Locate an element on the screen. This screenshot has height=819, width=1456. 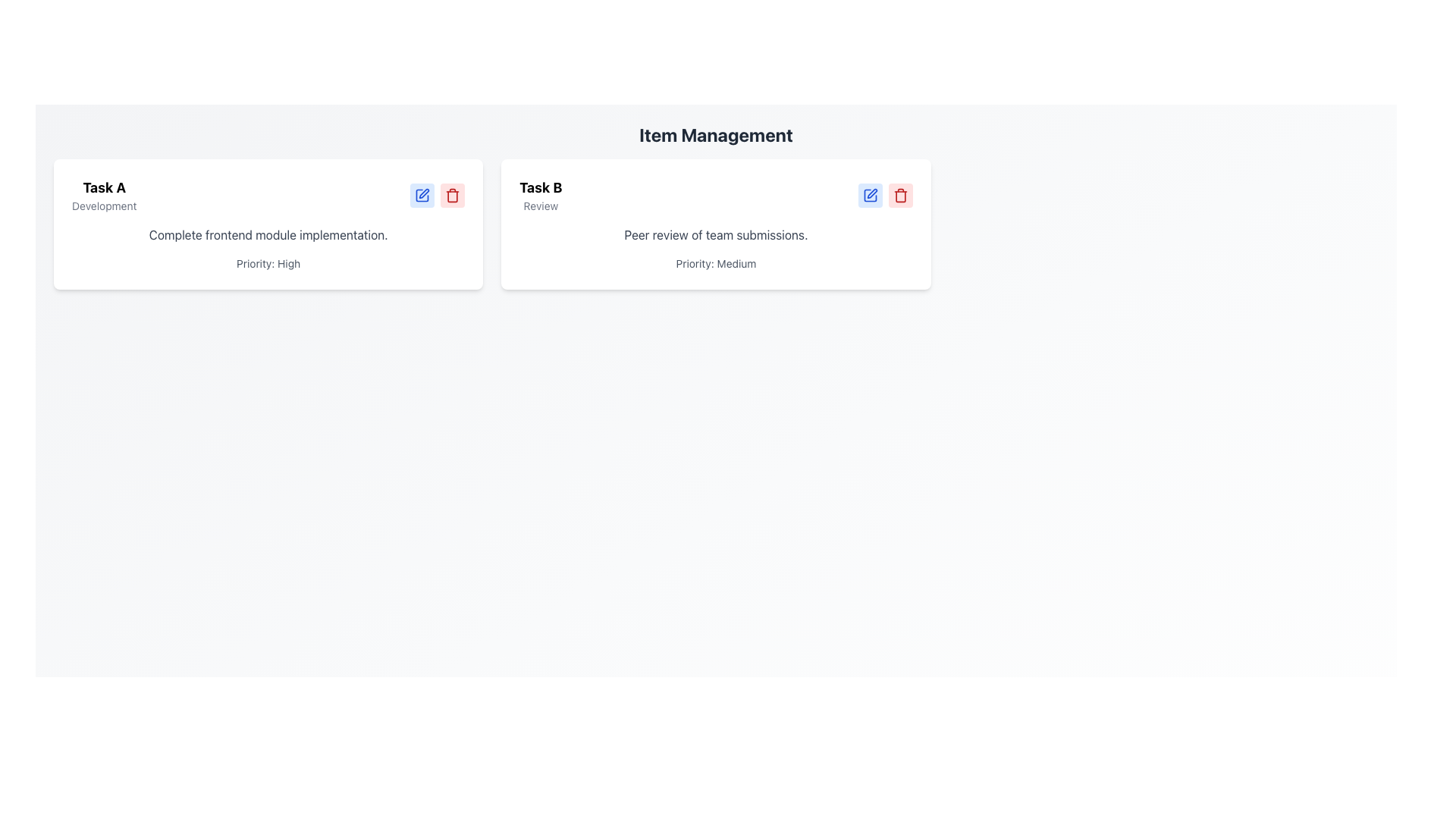
the button located in the upper-right section of the card labeled 'Task A' is located at coordinates (422, 195).